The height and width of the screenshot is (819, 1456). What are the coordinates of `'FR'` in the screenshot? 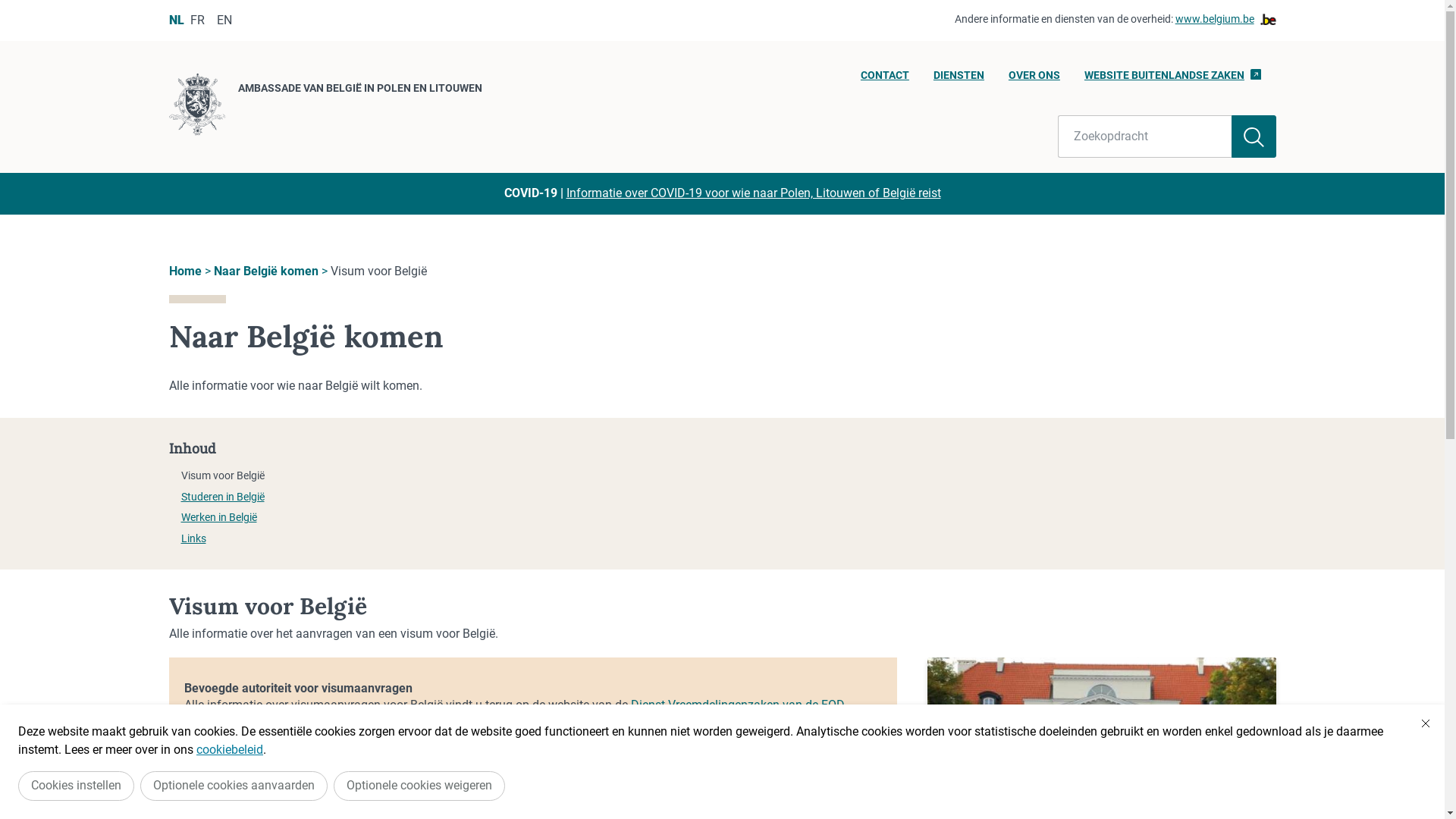 It's located at (188, 20).